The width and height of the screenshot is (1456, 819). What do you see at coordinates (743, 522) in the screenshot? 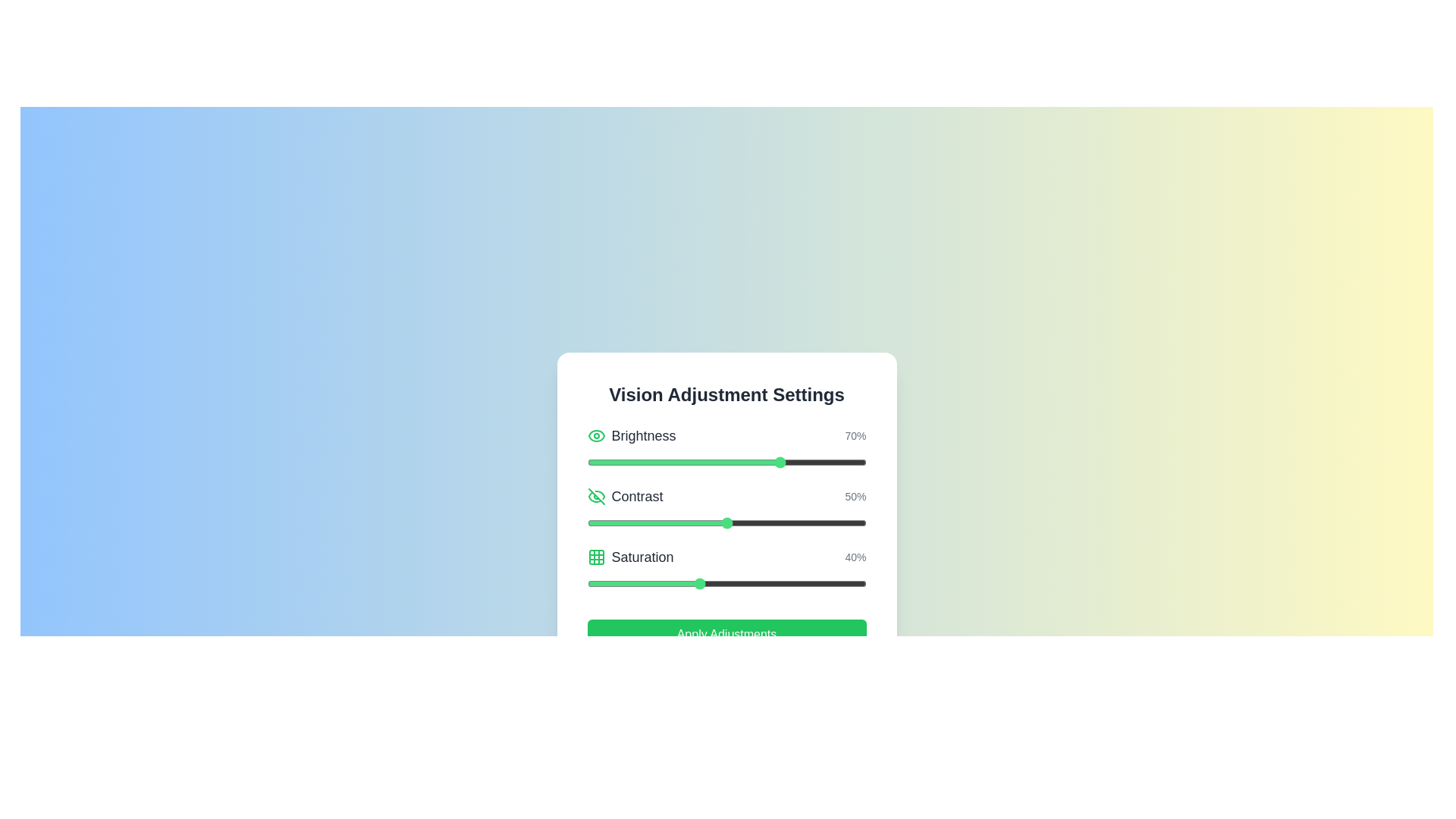
I see `the contrast slider to set the contrast to 56%` at bounding box center [743, 522].